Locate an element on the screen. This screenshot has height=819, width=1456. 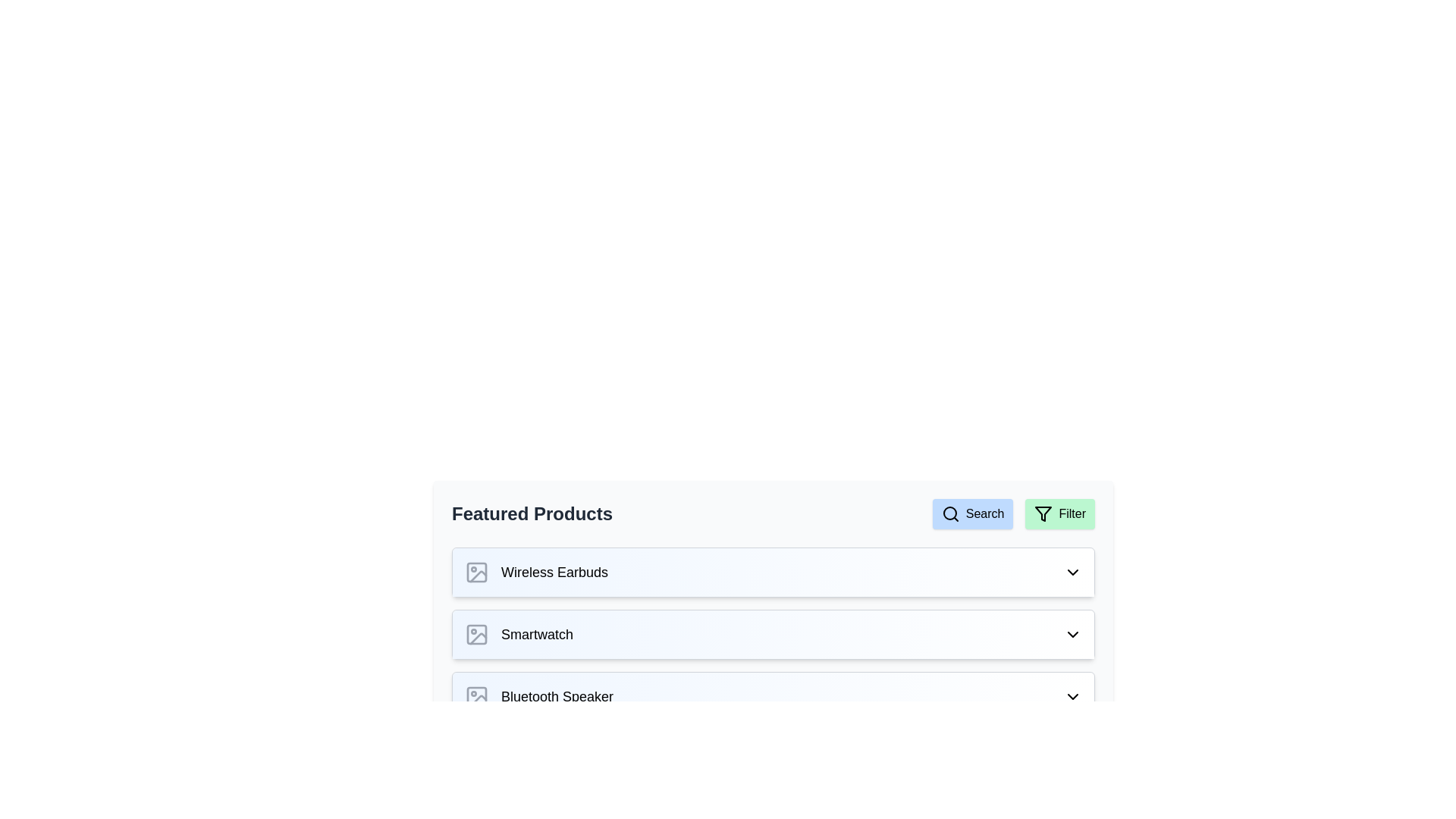
the 'Wireless Earbuds' text label, which is the first entry in a list of selectable products is located at coordinates (536, 573).